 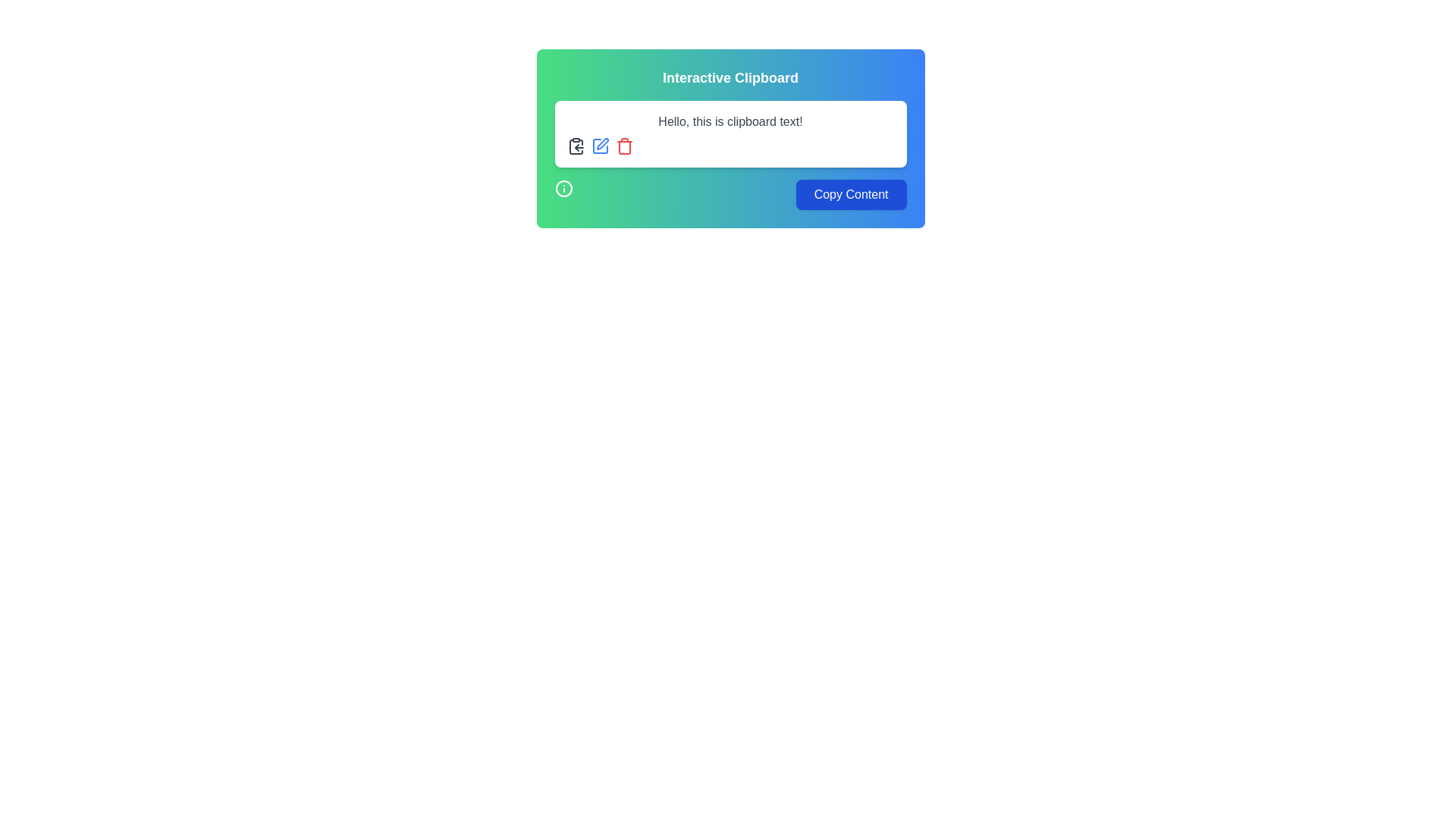 What do you see at coordinates (599, 146) in the screenshot?
I see `the second icon from the left in the horizontal group of three icons above the text 'Hello, this is clipboard text!' to initiate edit mode` at bounding box center [599, 146].